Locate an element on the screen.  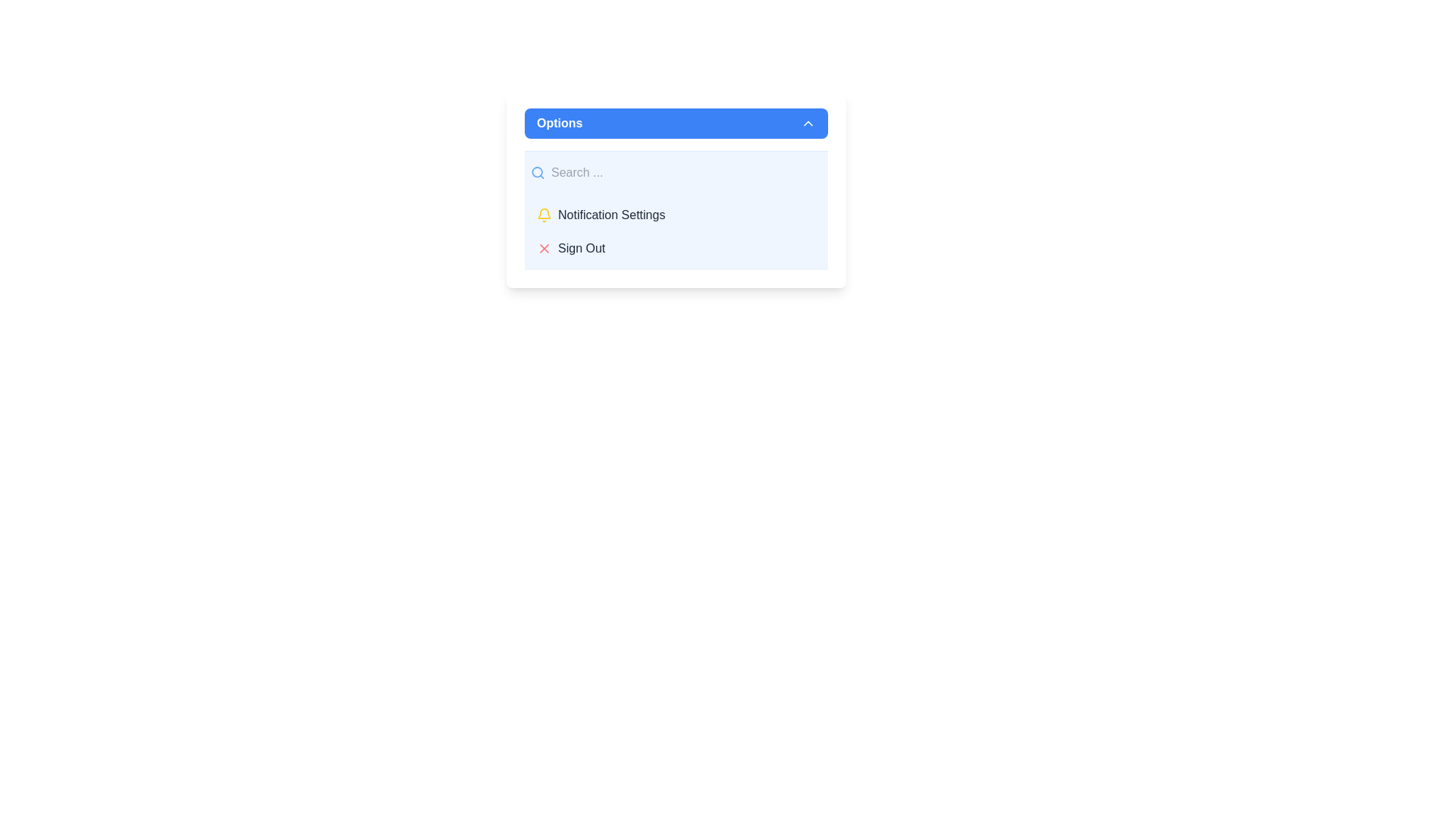
the SVG Circle element that visually represents part of a search or magnifying glass icon is located at coordinates (537, 171).